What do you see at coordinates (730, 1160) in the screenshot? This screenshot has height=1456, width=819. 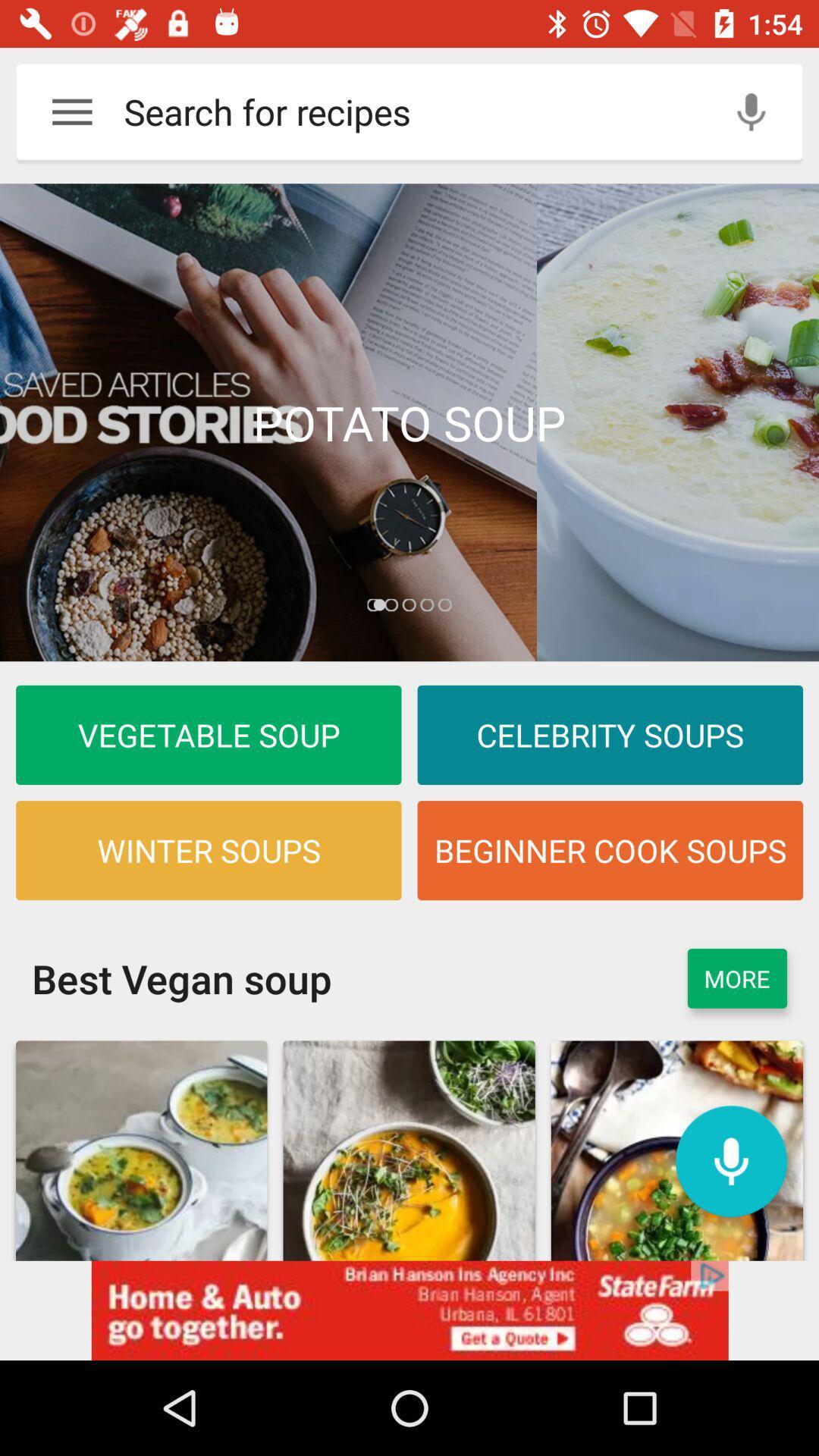 I see `activate voice search` at bounding box center [730, 1160].